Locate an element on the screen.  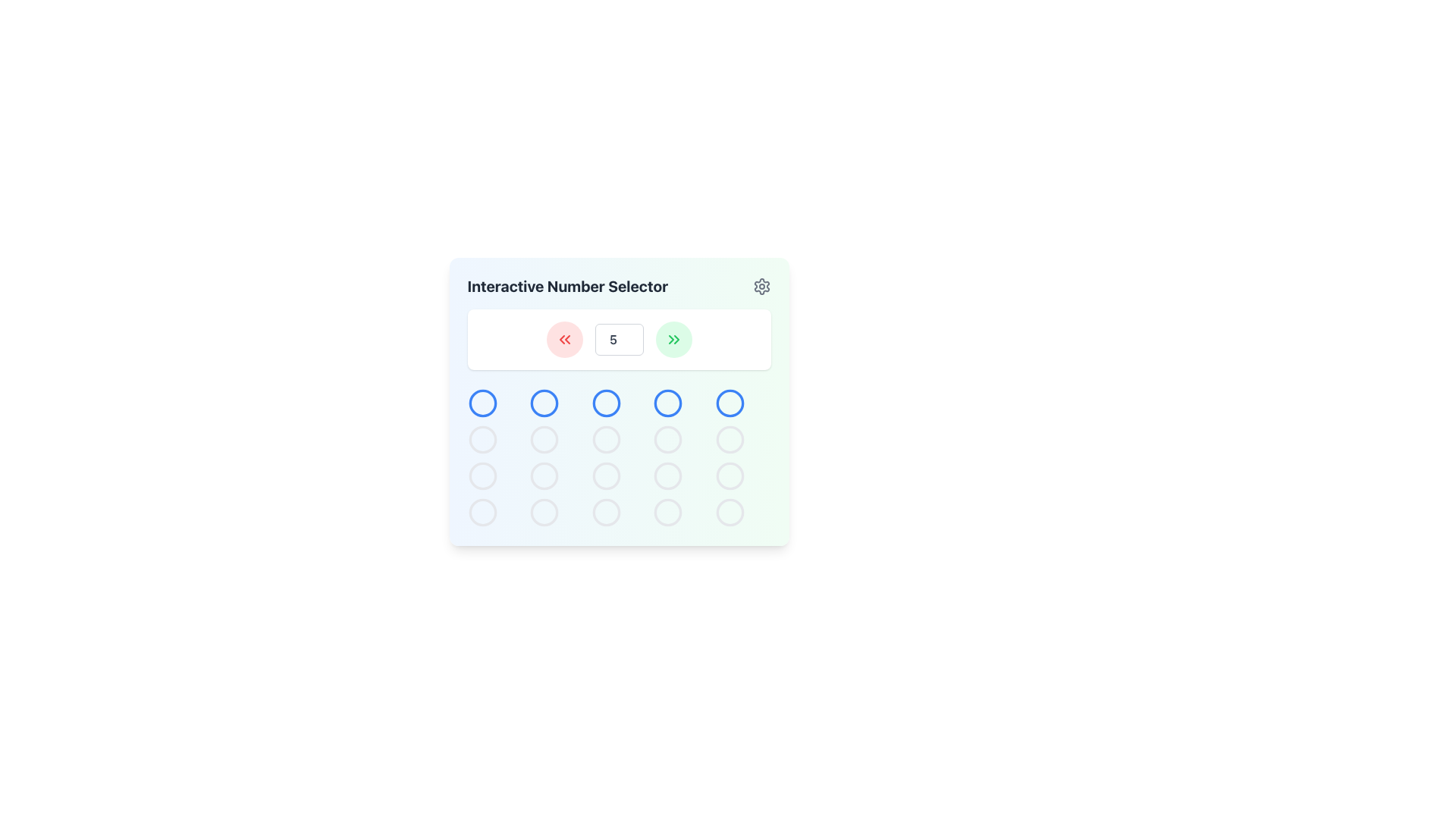
the Circle indicator icon located in the second row and first column of the grid layout, below the header segment displaying the number selector controls is located at coordinates (482, 439).